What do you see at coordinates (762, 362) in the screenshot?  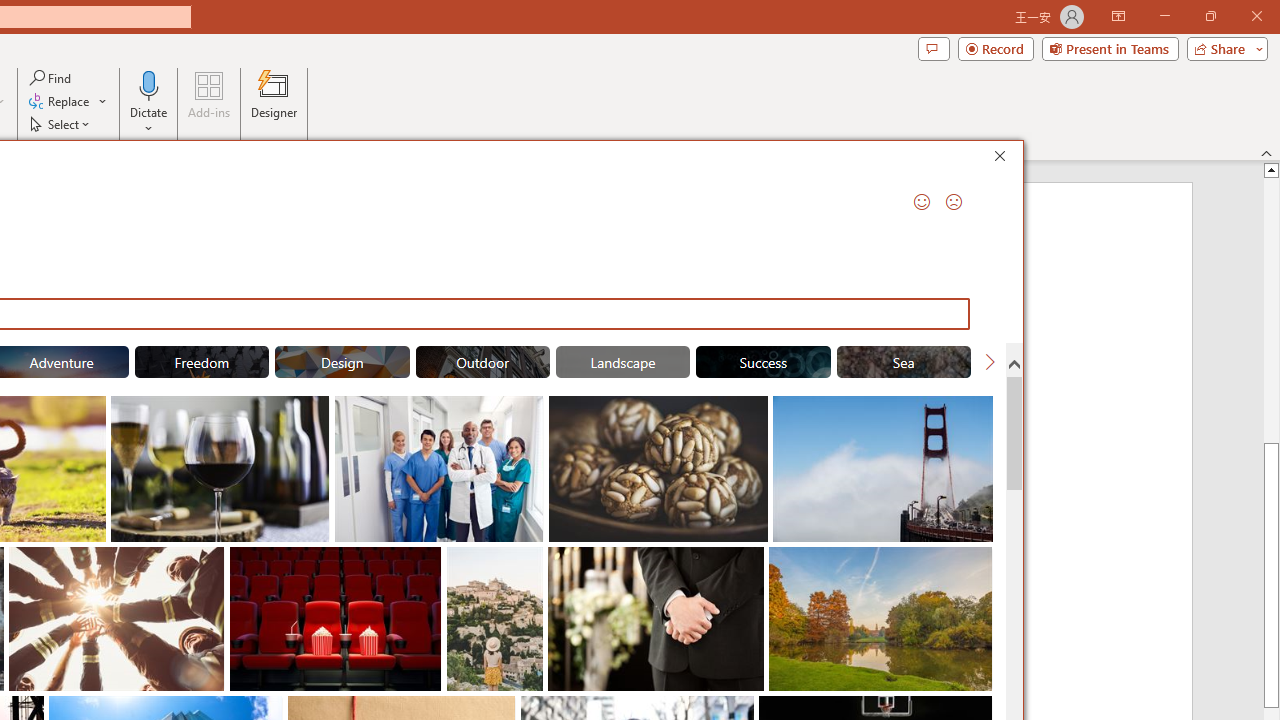 I see `'"Success" Stock Images.'` at bounding box center [762, 362].